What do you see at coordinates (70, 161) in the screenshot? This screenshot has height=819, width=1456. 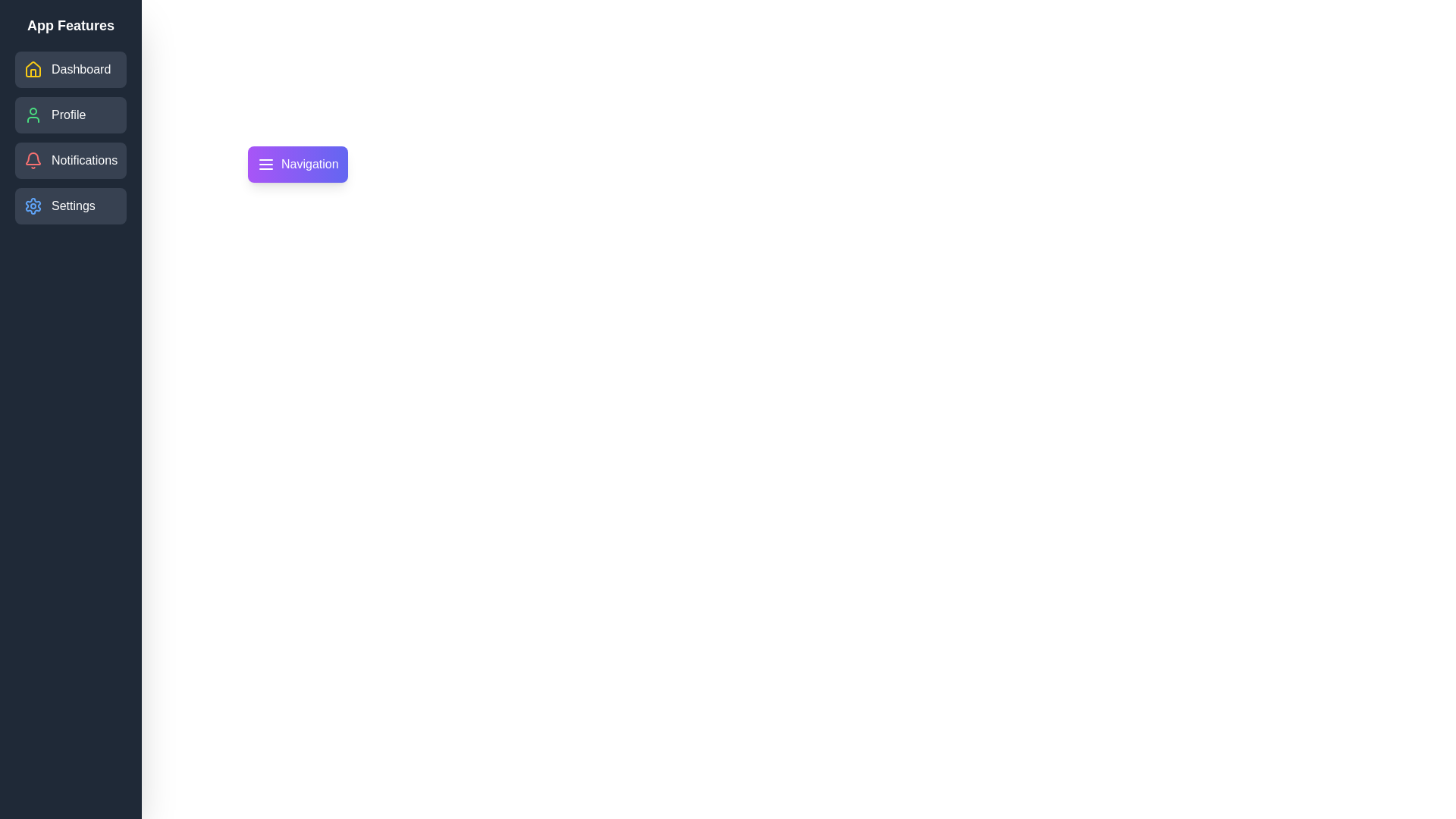 I see `the 'Notifications' button in the drawer` at bounding box center [70, 161].